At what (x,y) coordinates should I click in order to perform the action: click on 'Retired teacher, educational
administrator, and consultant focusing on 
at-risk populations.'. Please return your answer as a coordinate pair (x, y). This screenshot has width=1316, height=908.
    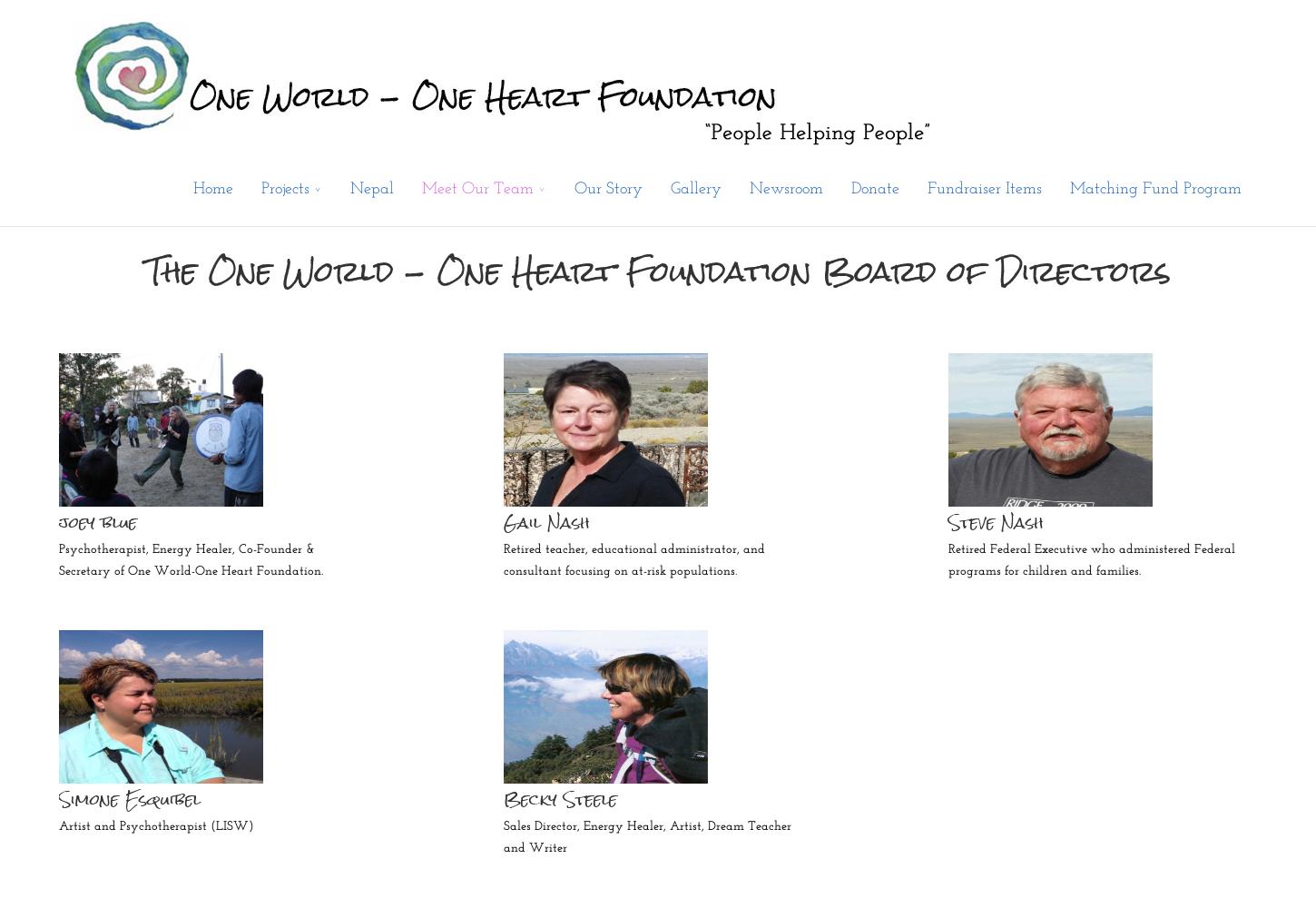
    Looking at the image, I should click on (633, 559).